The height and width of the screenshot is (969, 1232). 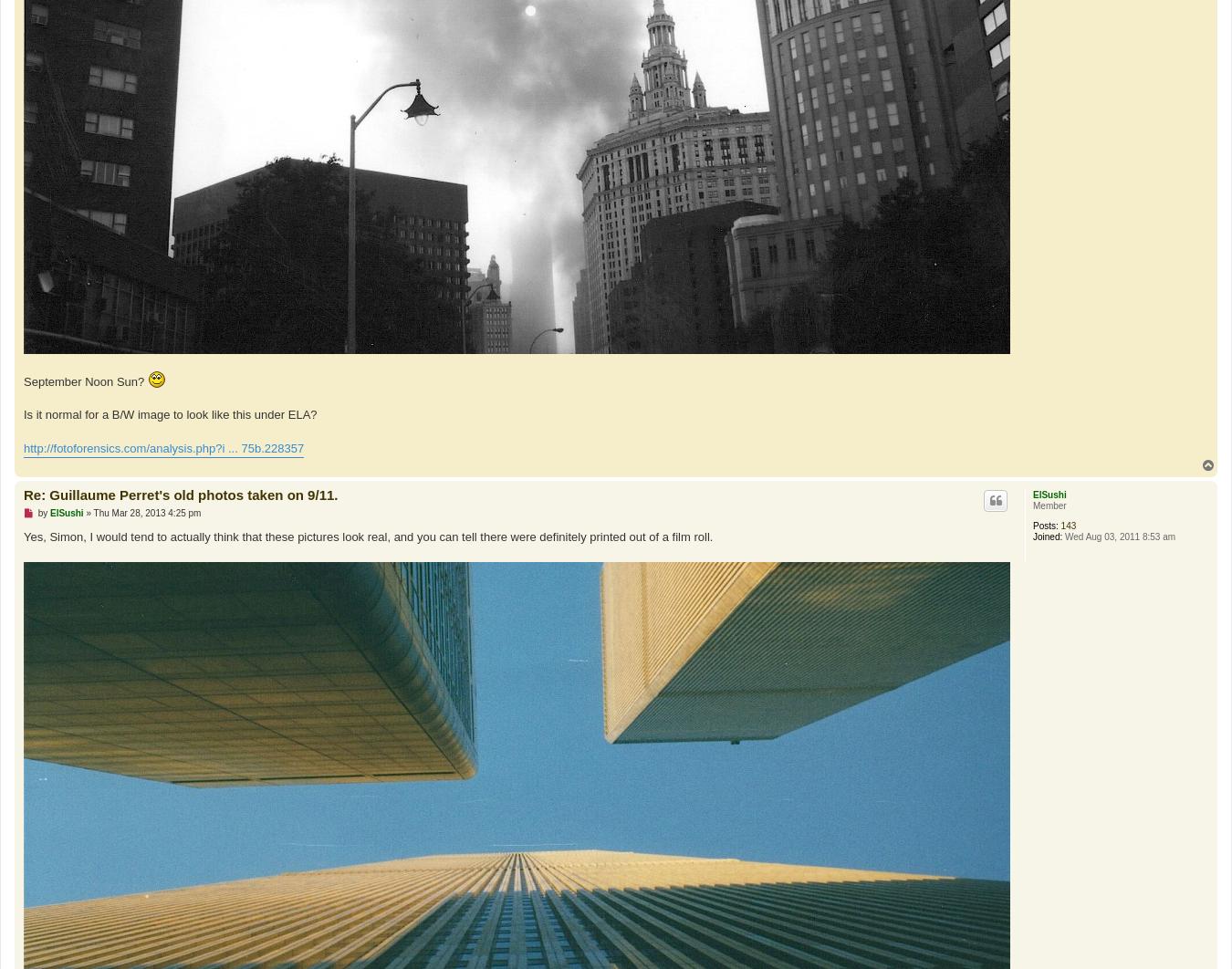 What do you see at coordinates (163, 446) in the screenshot?
I see `'http://fotoforensics.com/analysis.php?i ... 75b.228357'` at bounding box center [163, 446].